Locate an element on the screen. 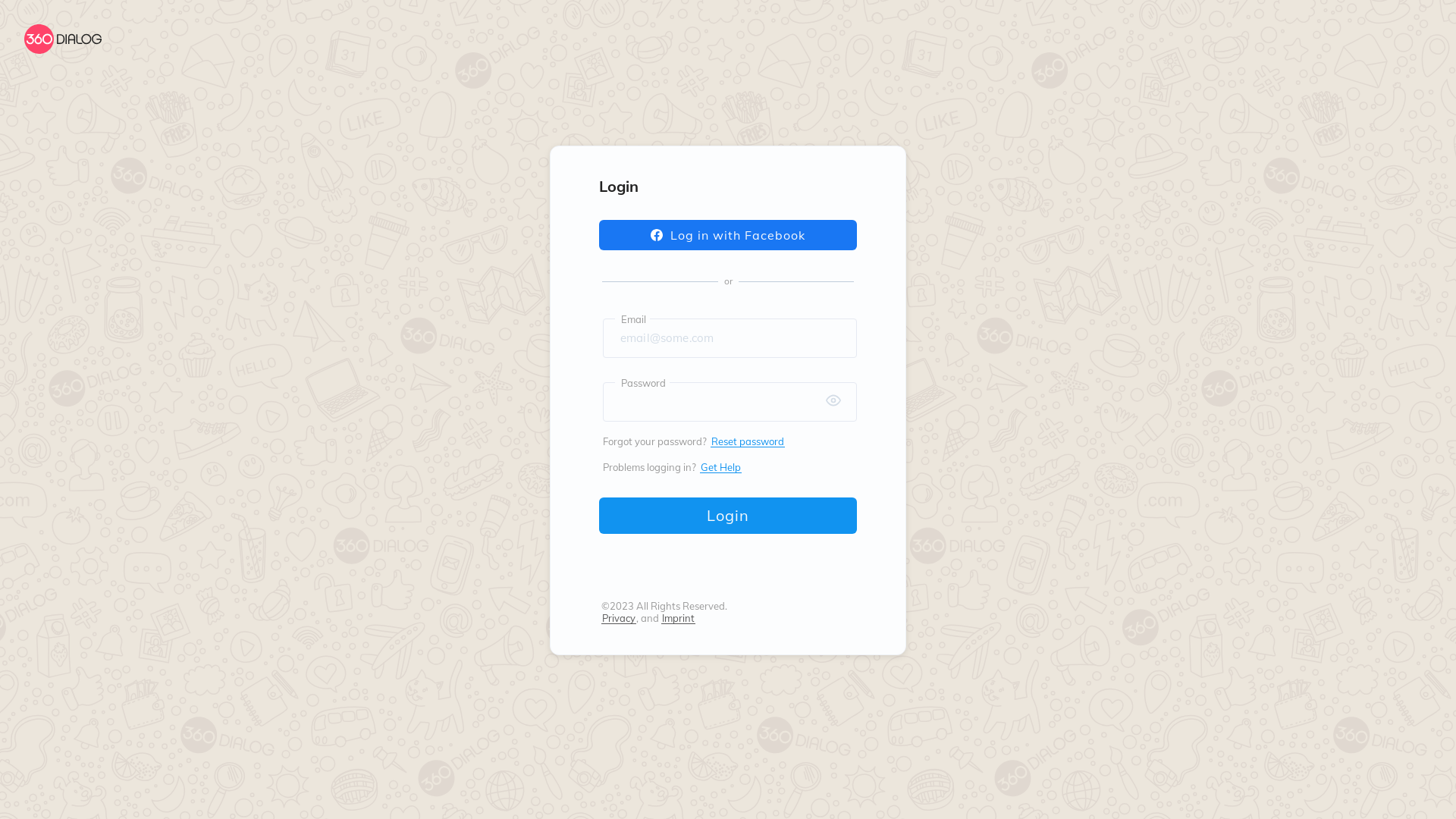 The image size is (1456, 819). 'Reset password' is located at coordinates (747, 441).